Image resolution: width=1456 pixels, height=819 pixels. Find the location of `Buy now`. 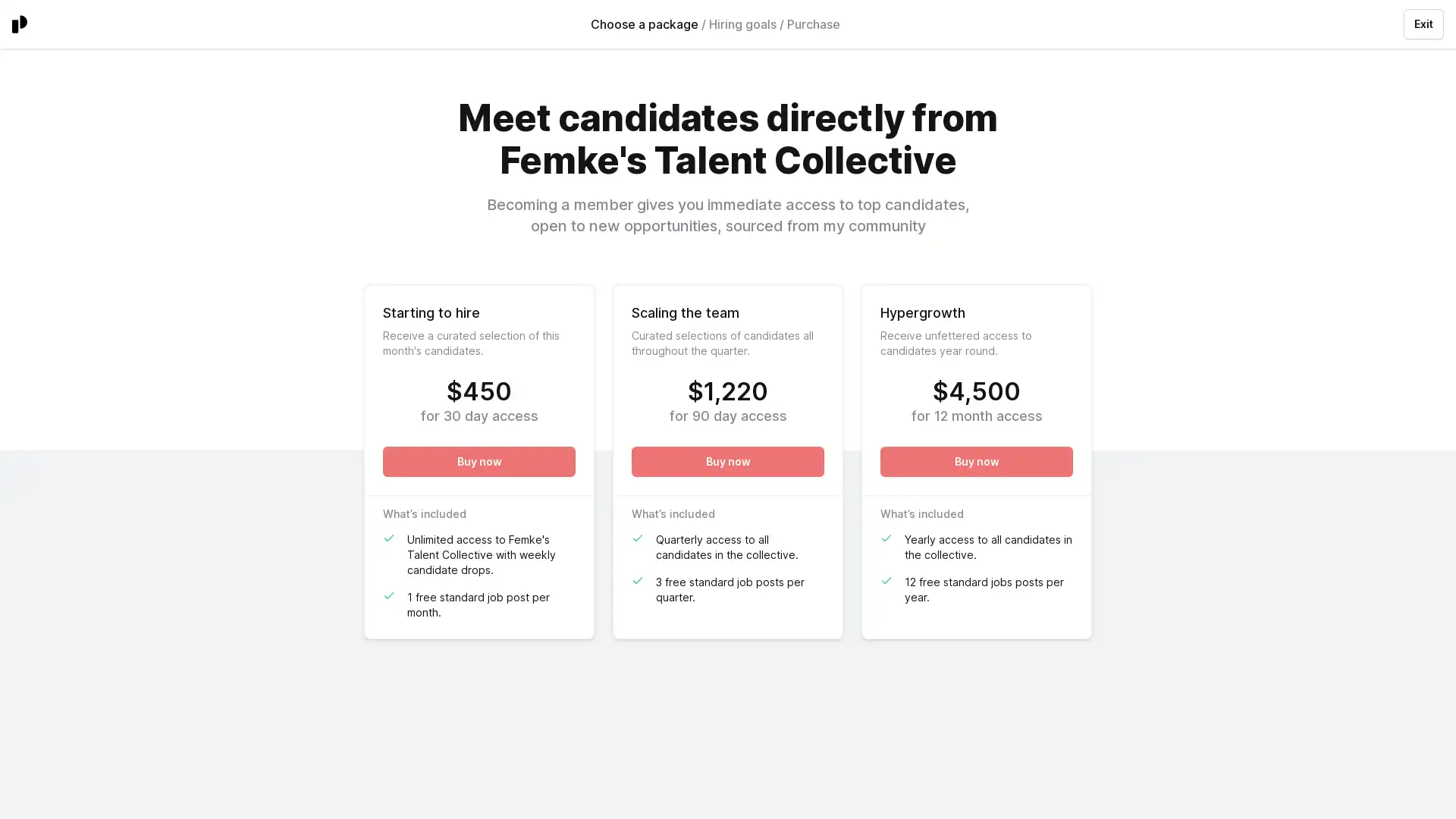

Buy now is located at coordinates (728, 461).